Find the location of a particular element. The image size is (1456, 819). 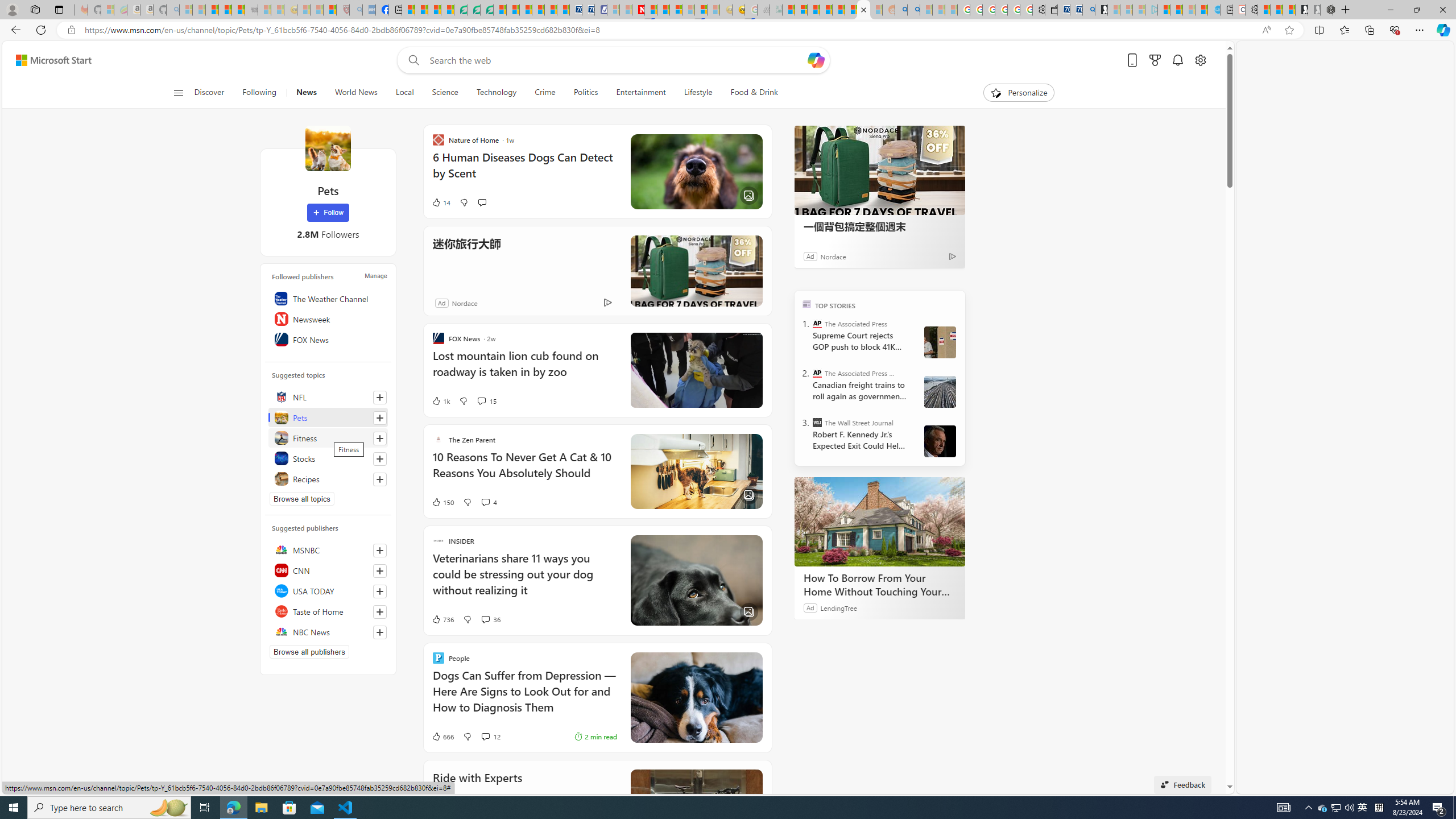

'Follow this topic' is located at coordinates (380, 479).